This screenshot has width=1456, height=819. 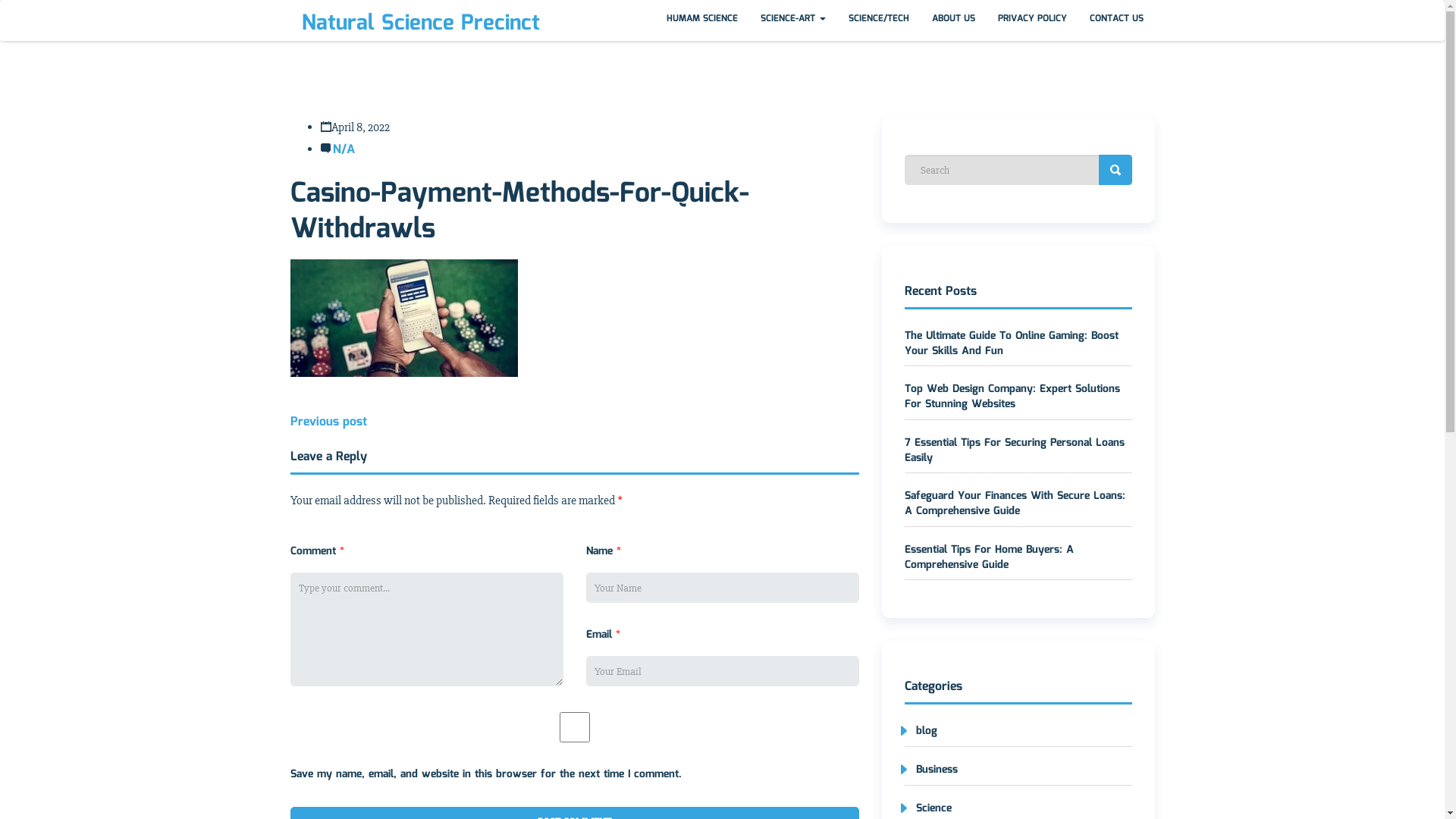 I want to click on 'Previous post', so click(x=327, y=422).